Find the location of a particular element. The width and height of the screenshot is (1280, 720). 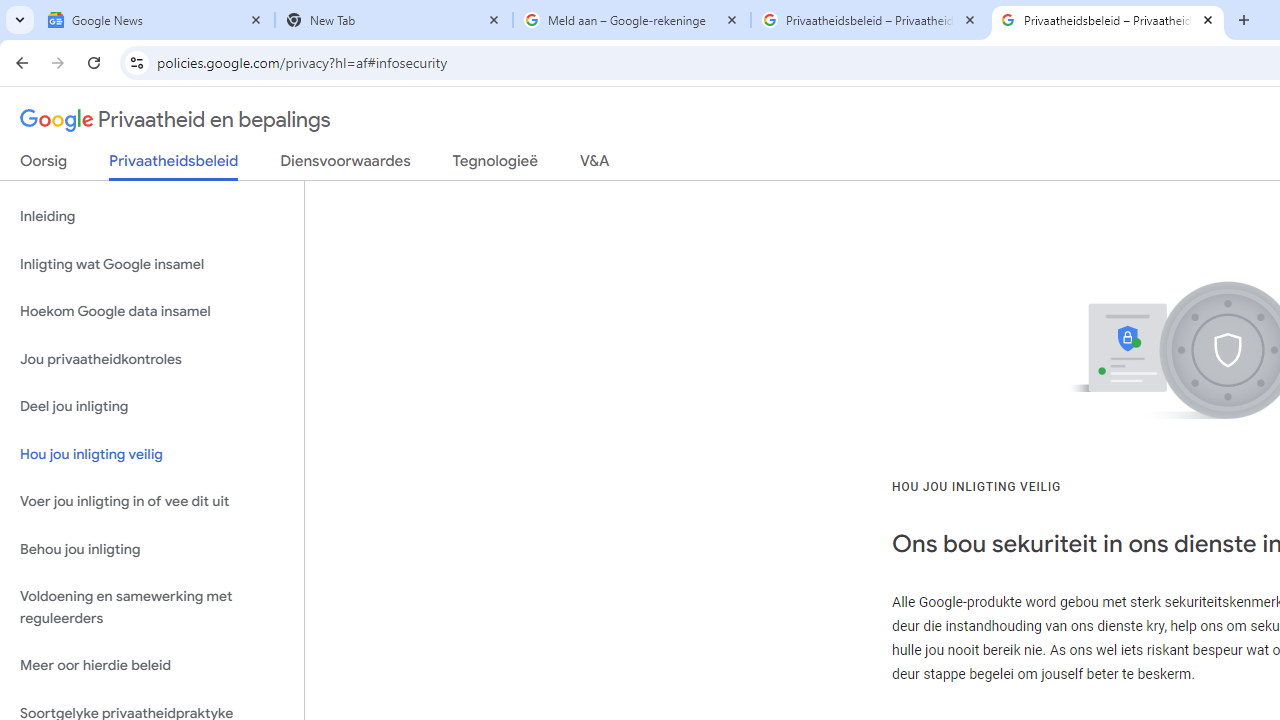

'Voldoening en samewerking met reguleerders' is located at coordinates (151, 607).